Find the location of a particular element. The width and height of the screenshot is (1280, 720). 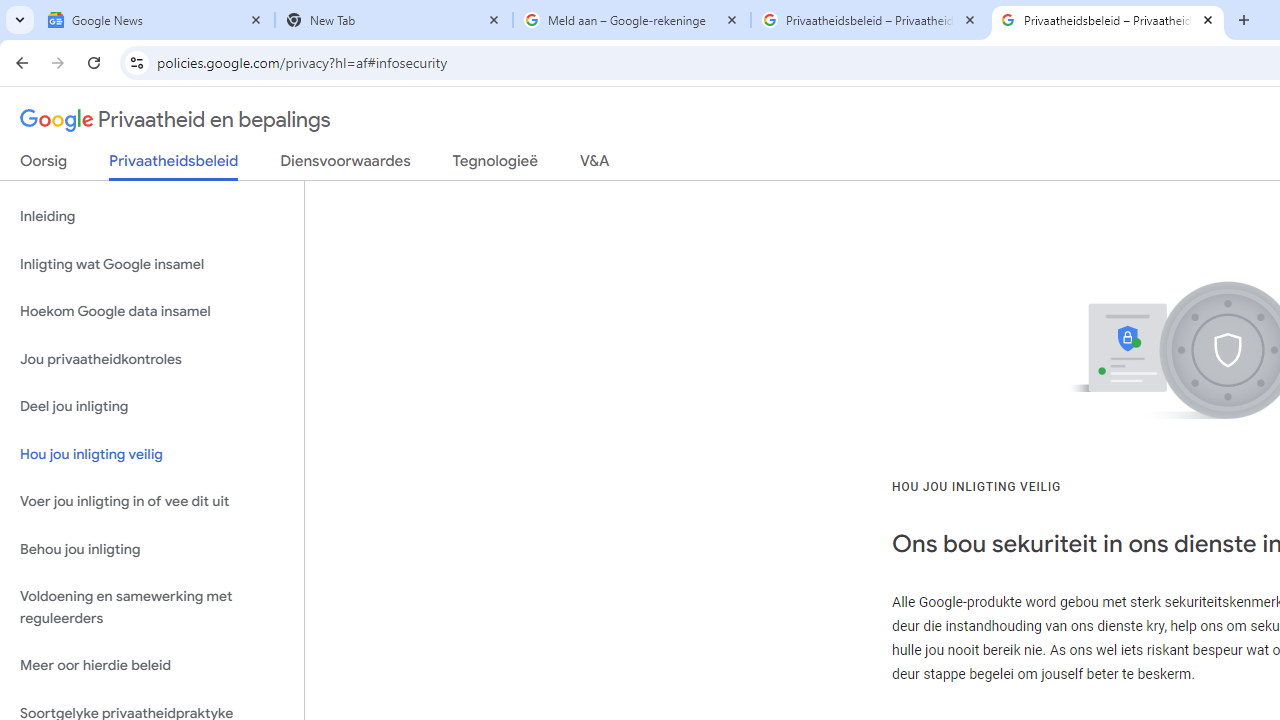

'Voldoening en samewerking met reguleerders' is located at coordinates (151, 607).